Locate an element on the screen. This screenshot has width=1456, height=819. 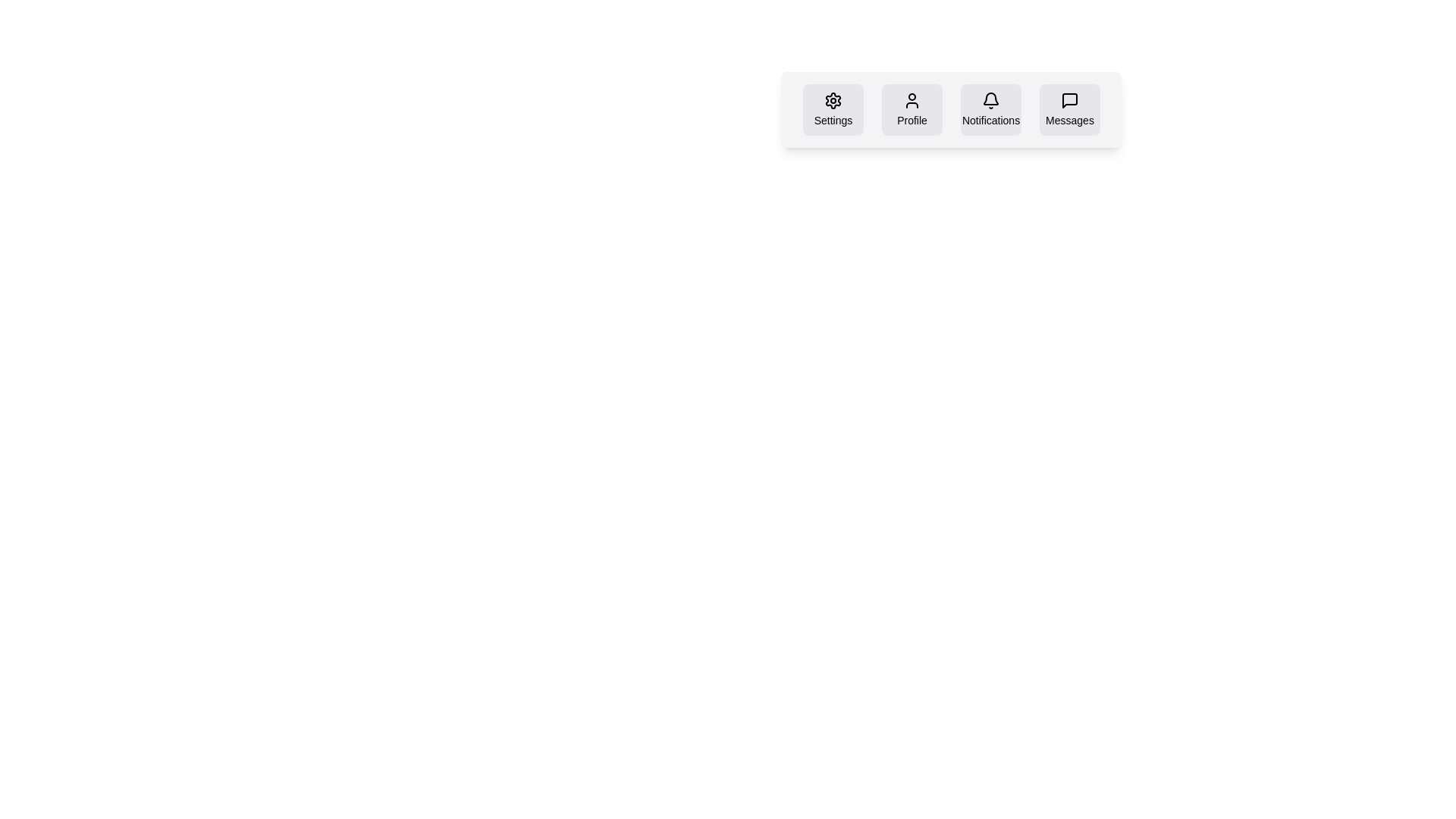
the 'Messages' text label located at the bottom of the fifth button in the horizontal navigation bar at the top-right corner of the interface is located at coordinates (1069, 119).